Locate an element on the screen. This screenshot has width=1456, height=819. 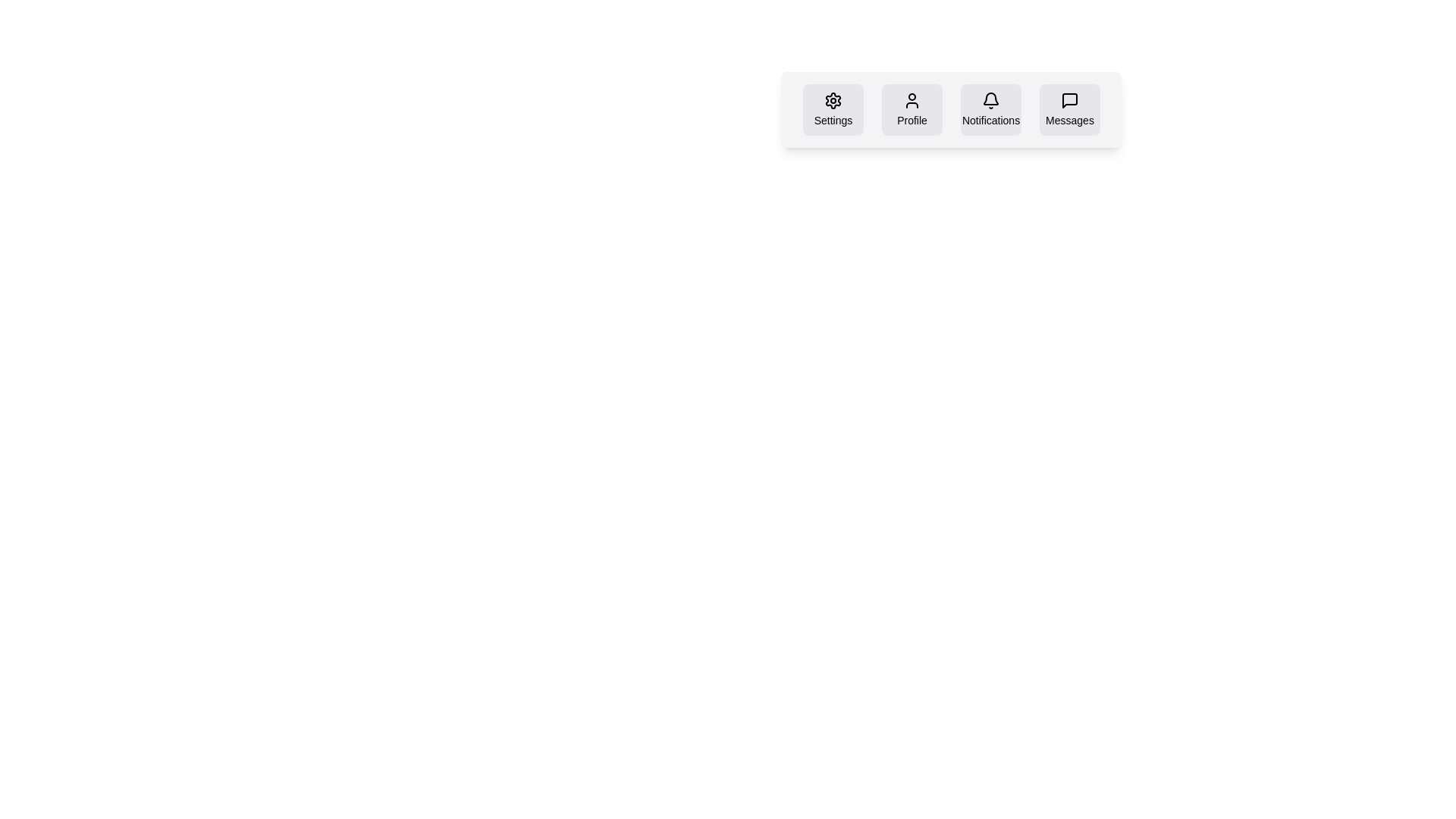
the 'Messages' text label located at the bottom of the fifth button in the horizontal navigation bar at the top-right corner of the interface is located at coordinates (1069, 119).